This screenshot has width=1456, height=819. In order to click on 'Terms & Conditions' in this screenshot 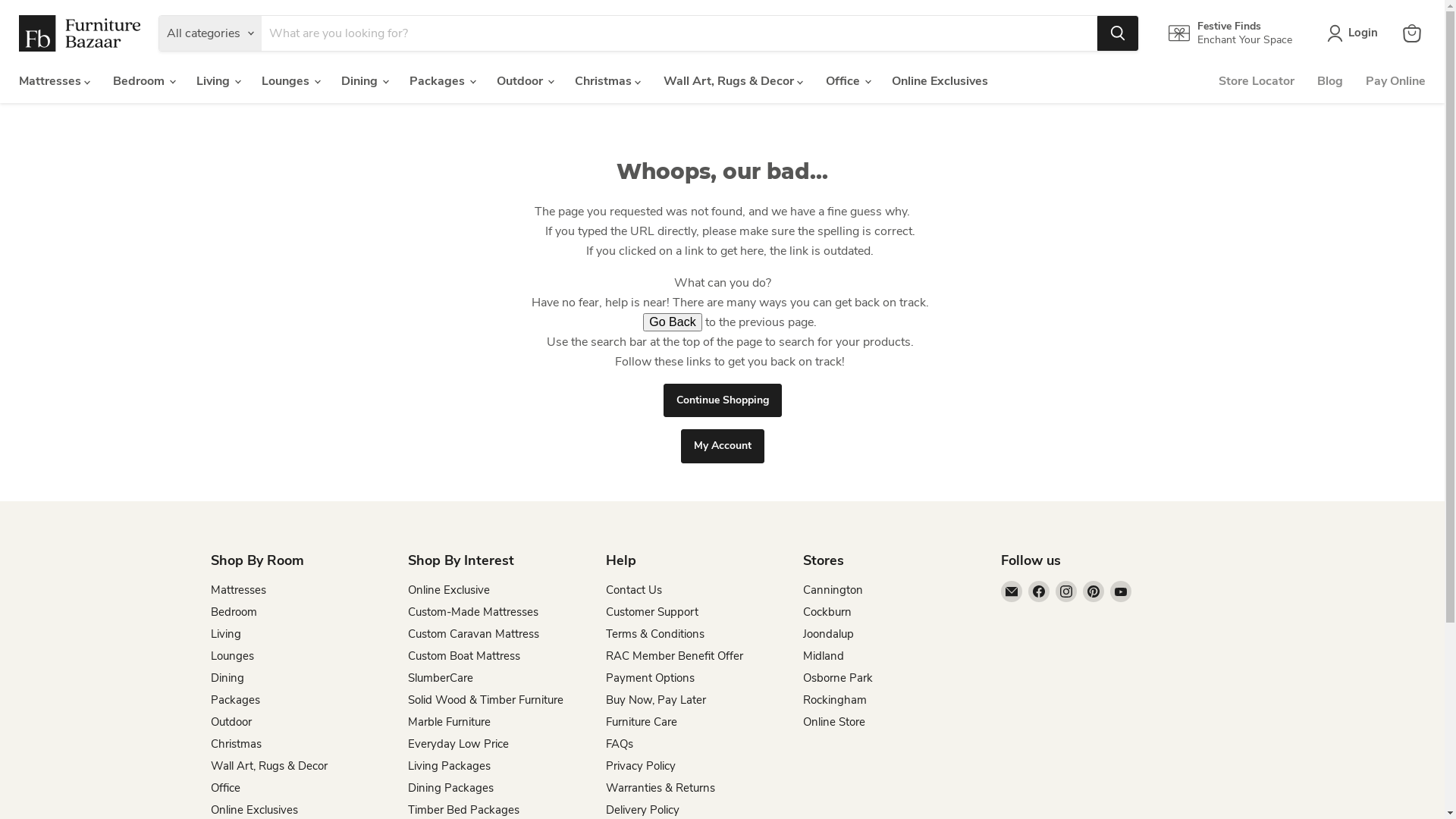, I will do `click(654, 634)`.